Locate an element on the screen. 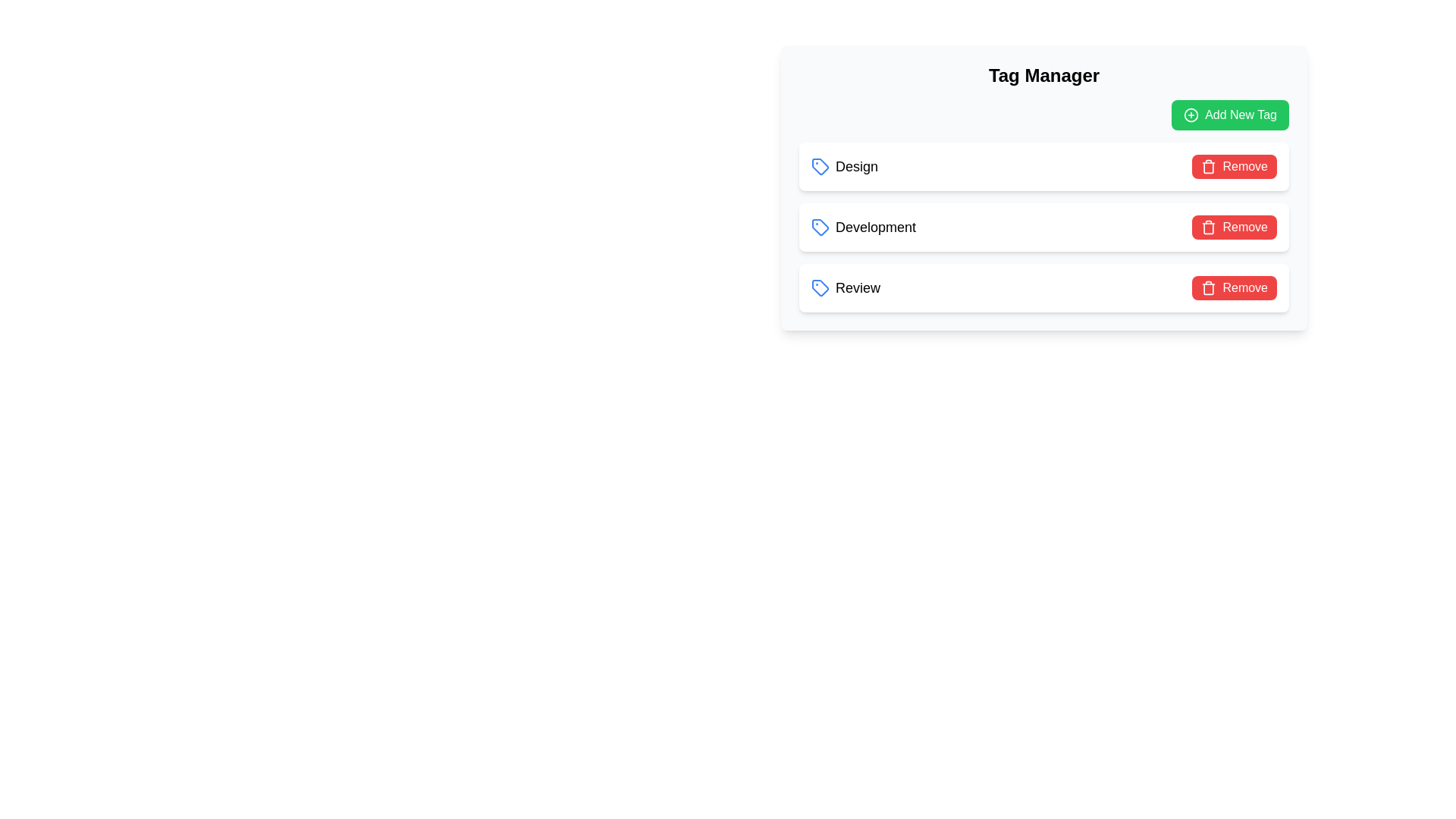  the blue outline tag icon in the 'Tag Manager' section, located to the left of the label text 'Development' is located at coordinates (819, 227).